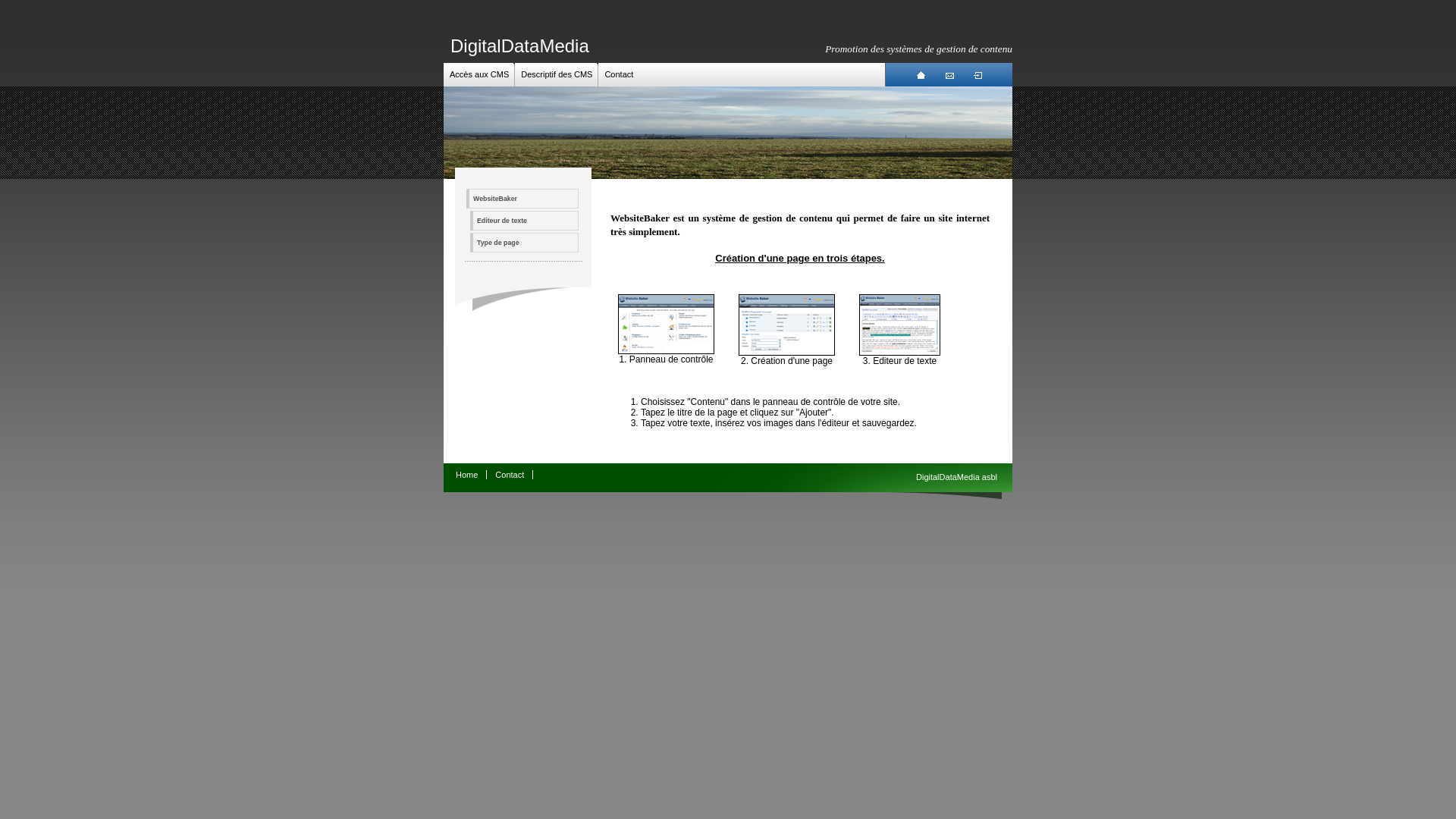  What do you see at coordinates (619, 74) in the screenshot?
I see `'Contact'` at bounding box center [619, 74].